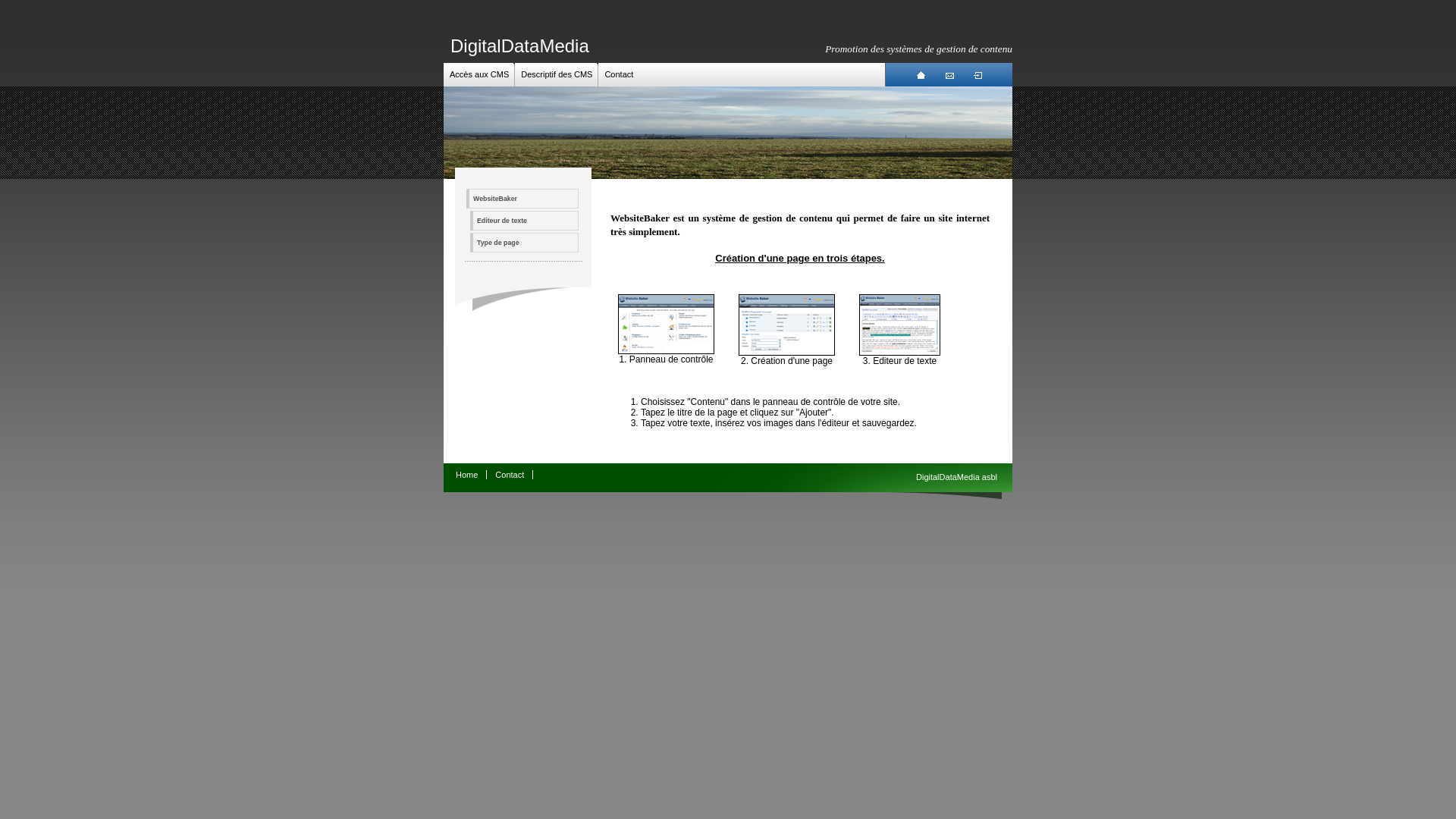  What do you see at coordinates (619, 74) in the screenshot?
I see `'Contact'` at bounding box center [619, 74].